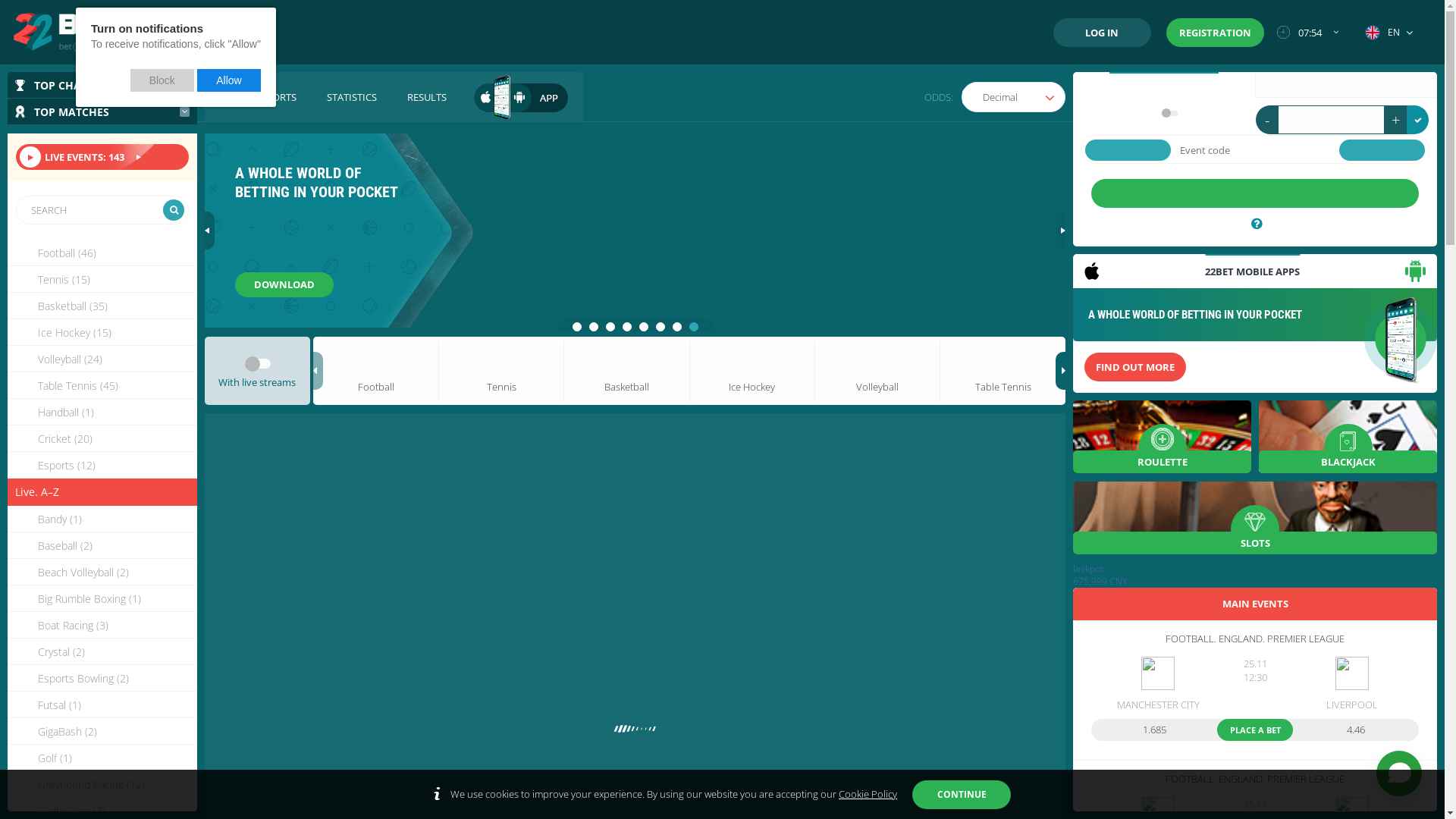 The image size is (1456, 819). What do you see at coordinates (7, 331) in the screenshot?
I see `'Ice Hockey` at bounding box center [7, 331].